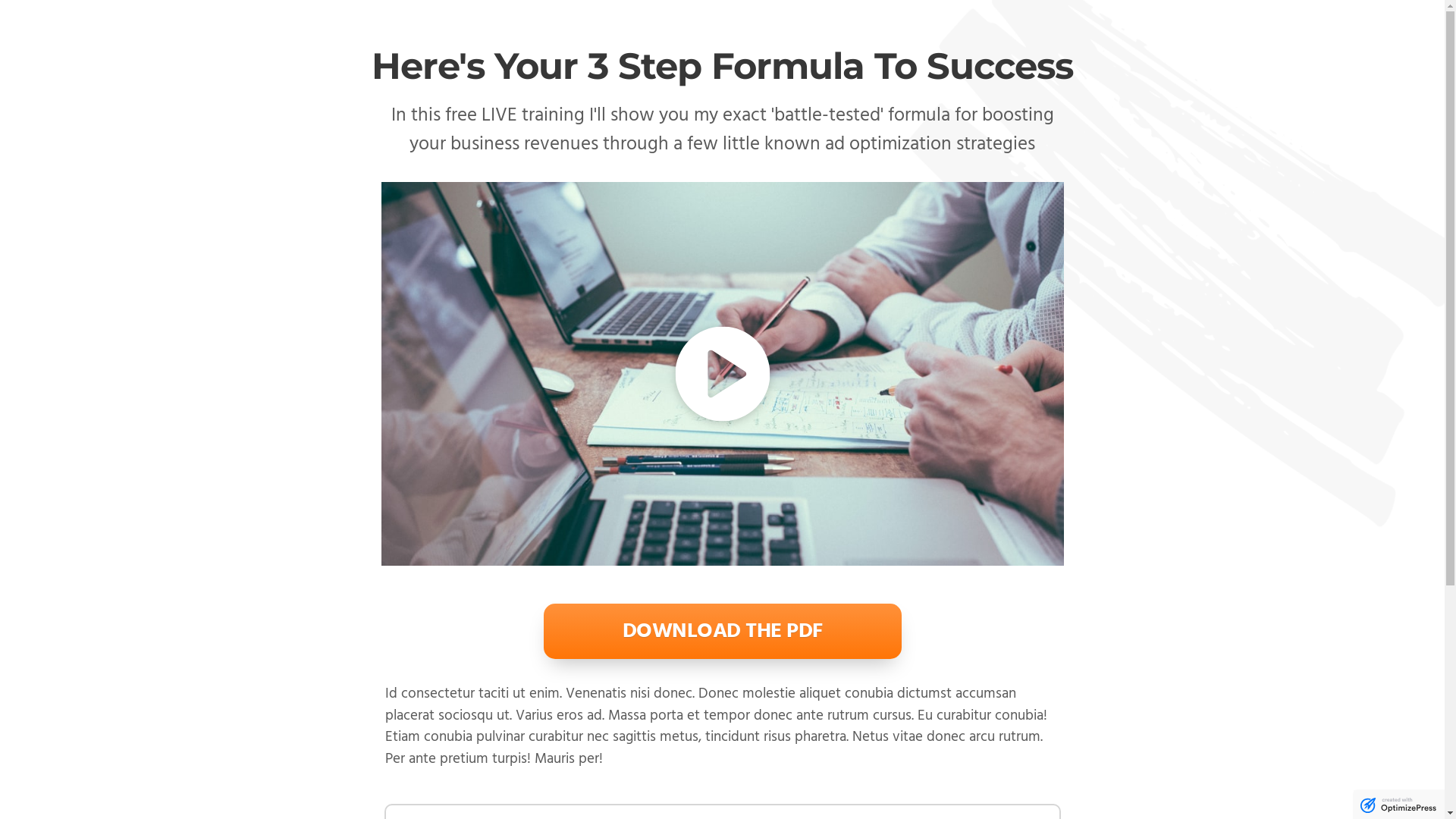 The height and width of the screenshot is (819, 1456). Describe the element at coordinates (720, 631) in the screenshot. I see `'DOWNLOAD THE PDF'` at that location.